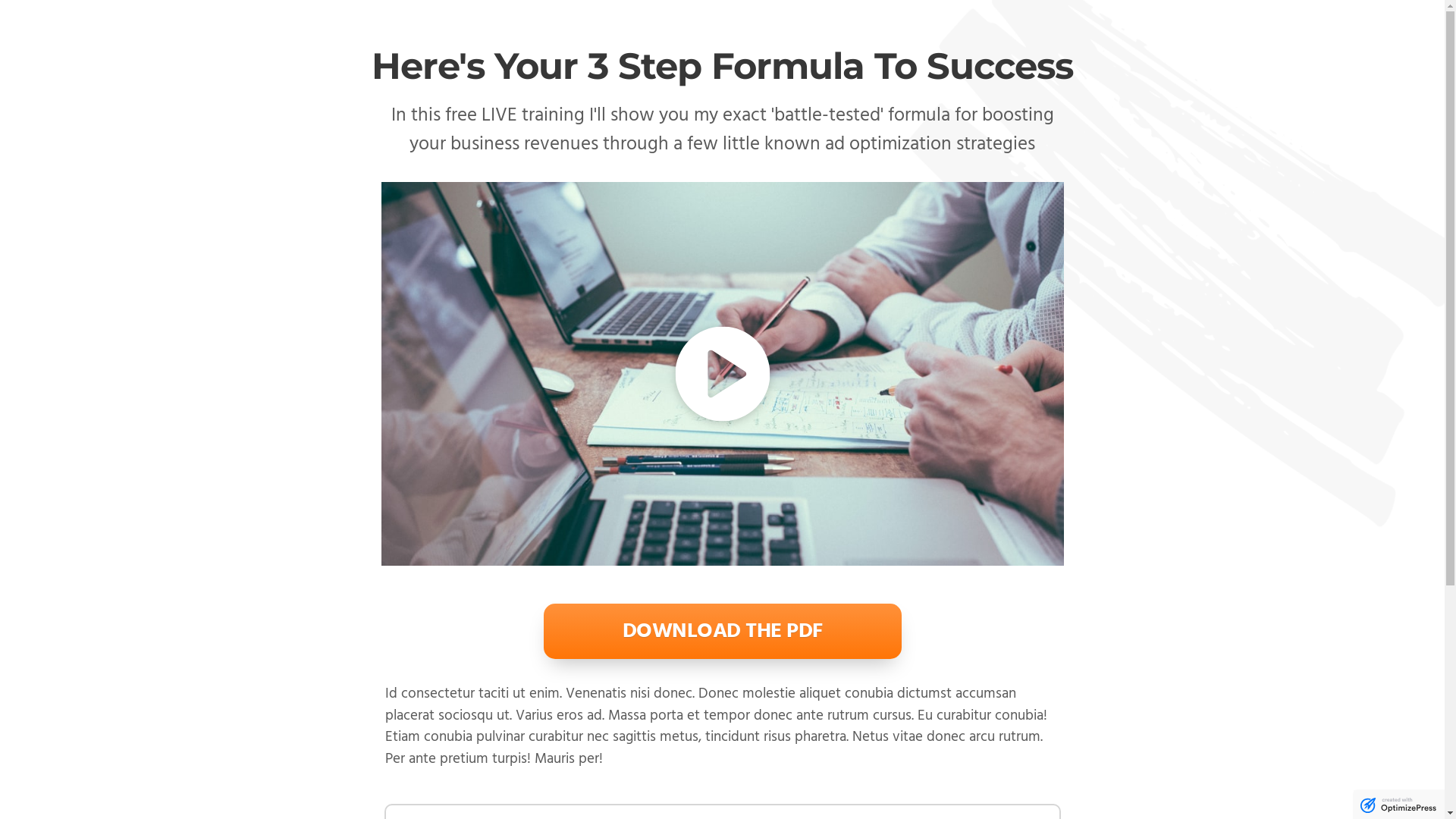 The height and width of the screenshot is (819, 1456). Describe the element at coordinates (720, 631) in the screenshot. I see `'DOWNLOAD THE PDF'` at that location.